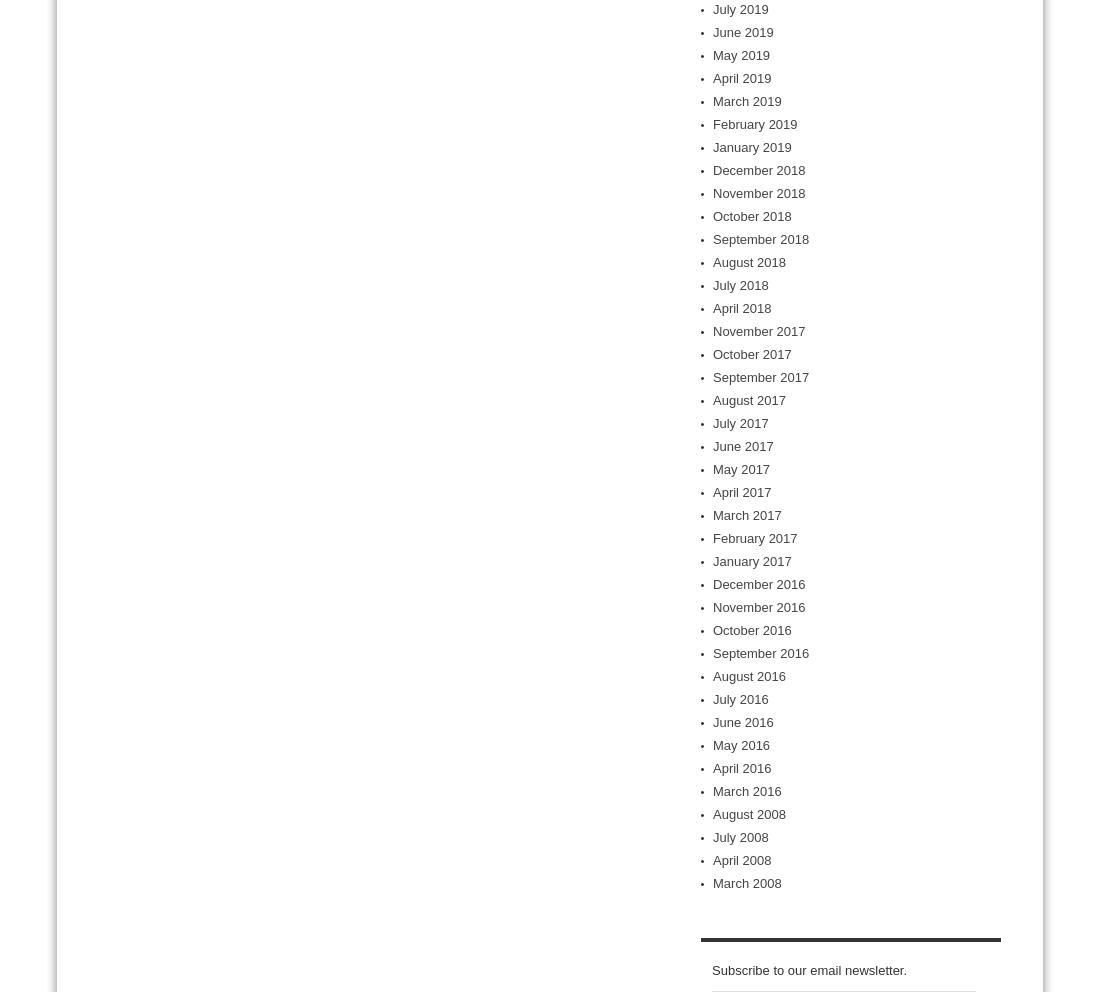 The height and width of the screenshot is (992, 1100). What do you see at coordinates (711, 970) in the screenshot?
I see `'Subscribe to our email newsletter.'` at bounding box center [711, 970].